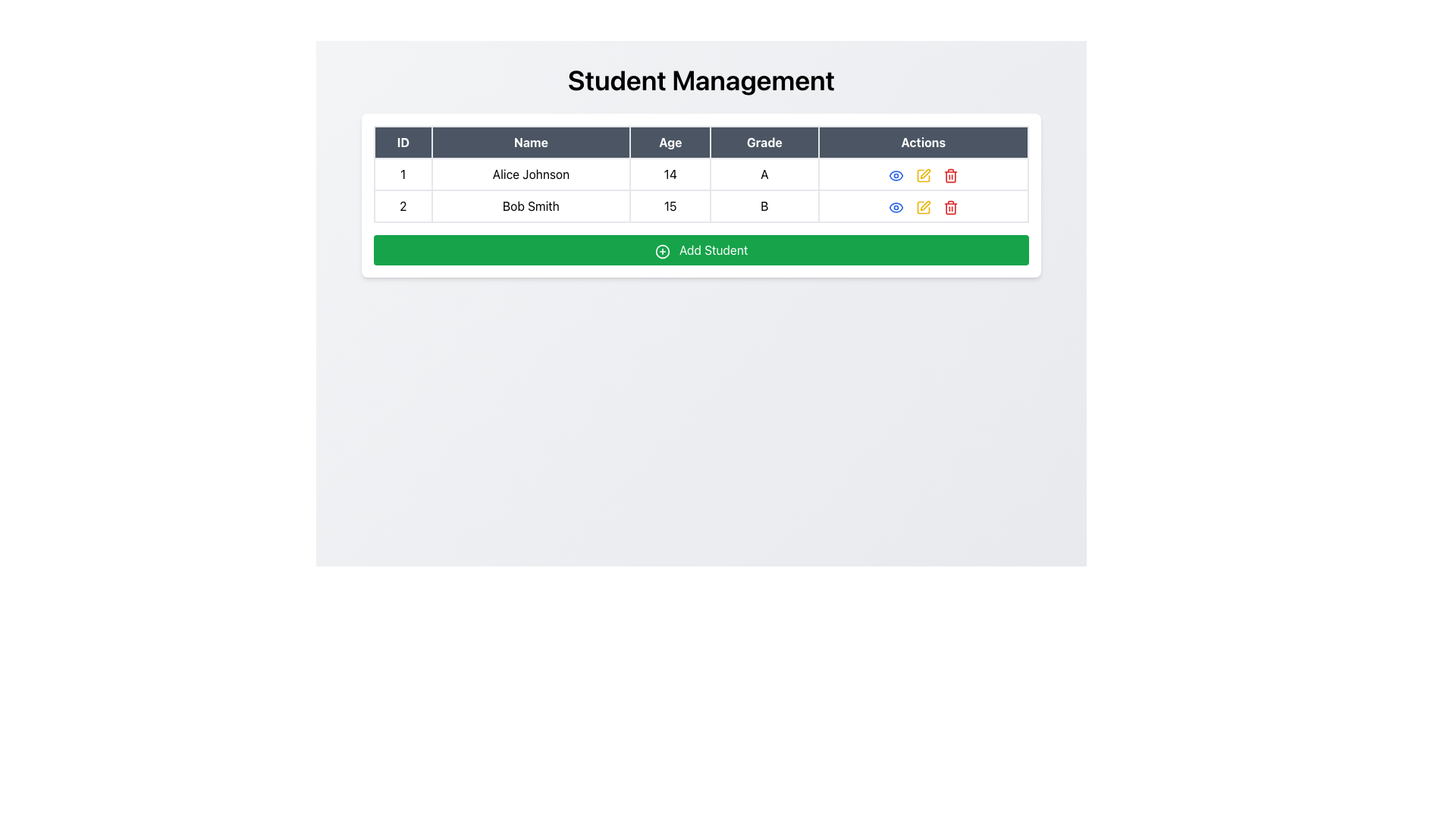 The width and height of the screenshot is (1456, 819). Describe the element at coordinates (949, 209) in the screenshot. I see `the trash icon button in the second row under the 'Actions' column of the table` at that location.